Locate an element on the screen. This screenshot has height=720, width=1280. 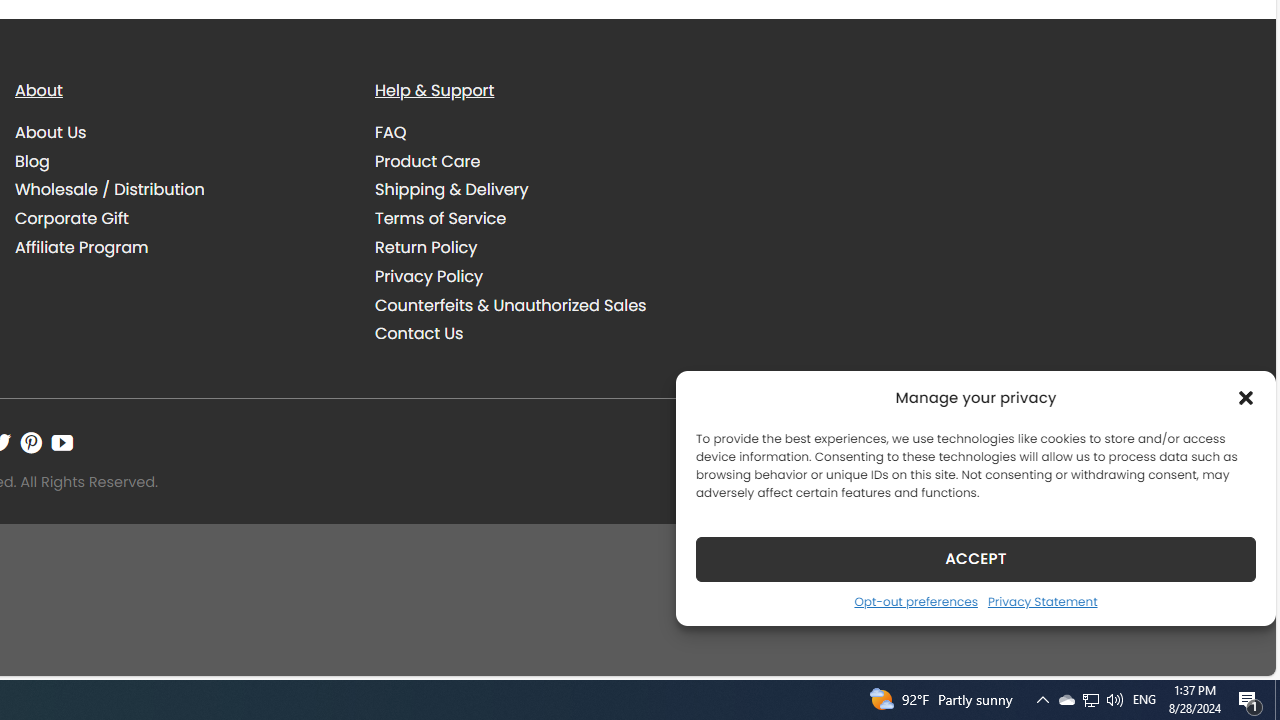
'Follow on Pinterest' is located at coordinates (31, 441).